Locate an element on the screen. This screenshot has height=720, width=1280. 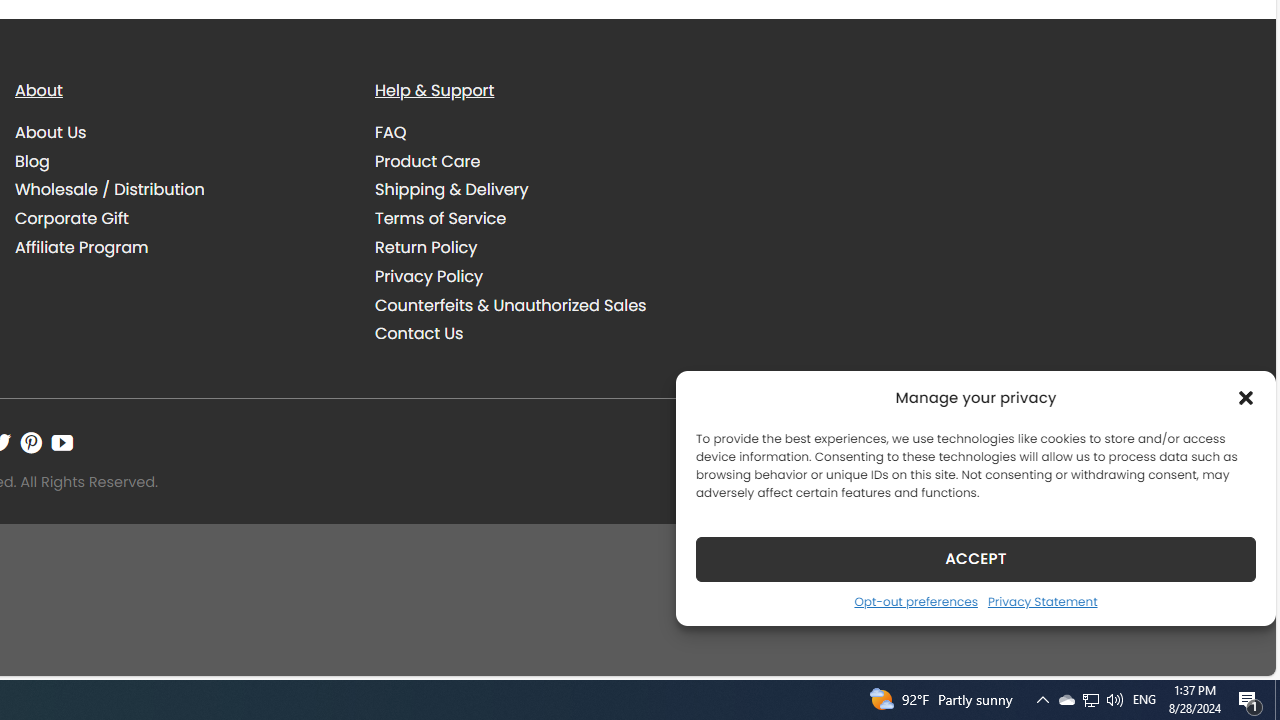
'Follow on Pinterest' is located at coordinates (31, 441).